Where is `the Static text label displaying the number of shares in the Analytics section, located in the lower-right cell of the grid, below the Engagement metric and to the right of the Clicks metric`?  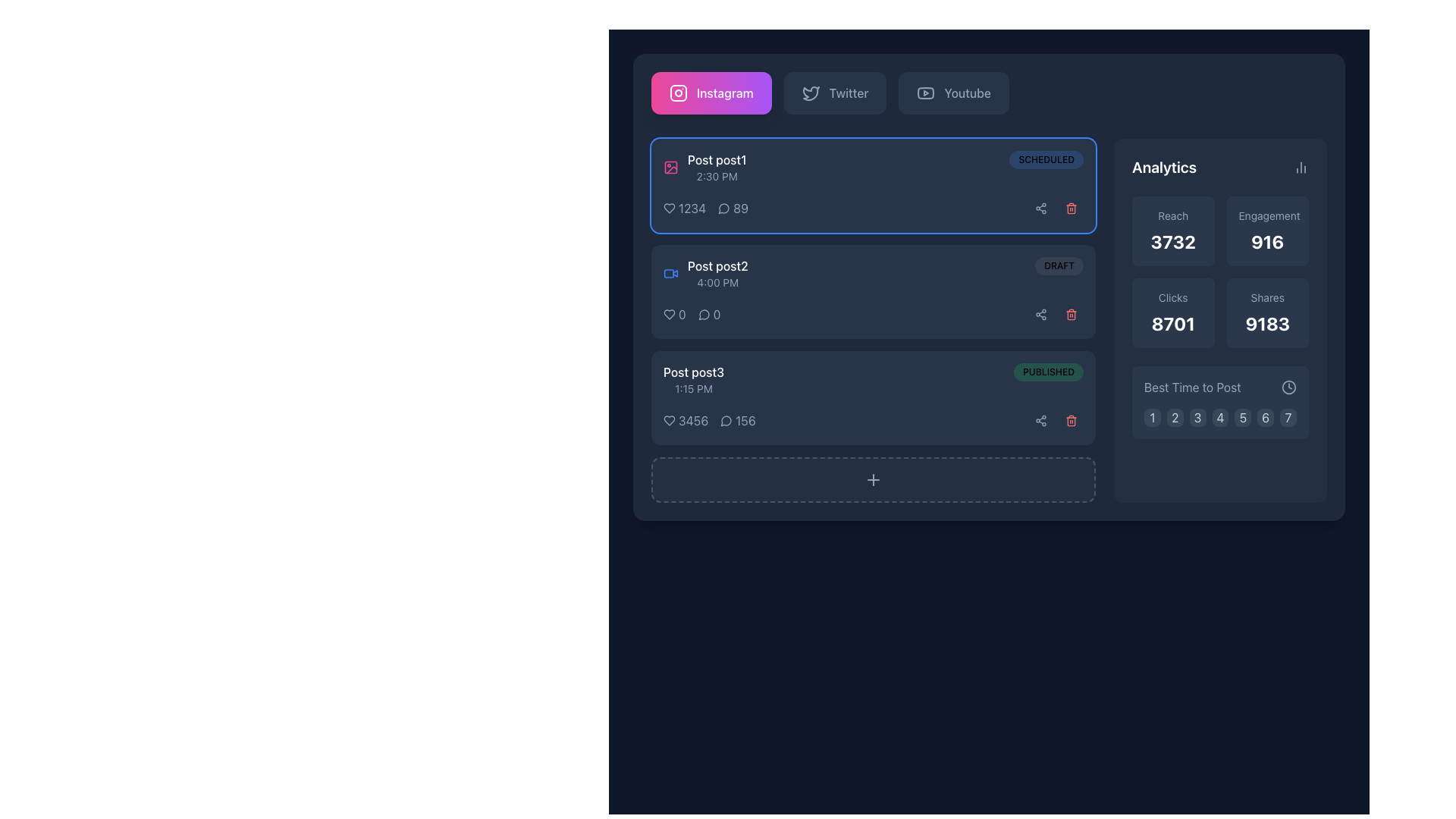
the Static text label displaying the number of shares in the Analytics section, located in the lower-right cell of the grid, below the Engagement metric and to the right of the Clicks metric is located at coordinates (1267, 323).